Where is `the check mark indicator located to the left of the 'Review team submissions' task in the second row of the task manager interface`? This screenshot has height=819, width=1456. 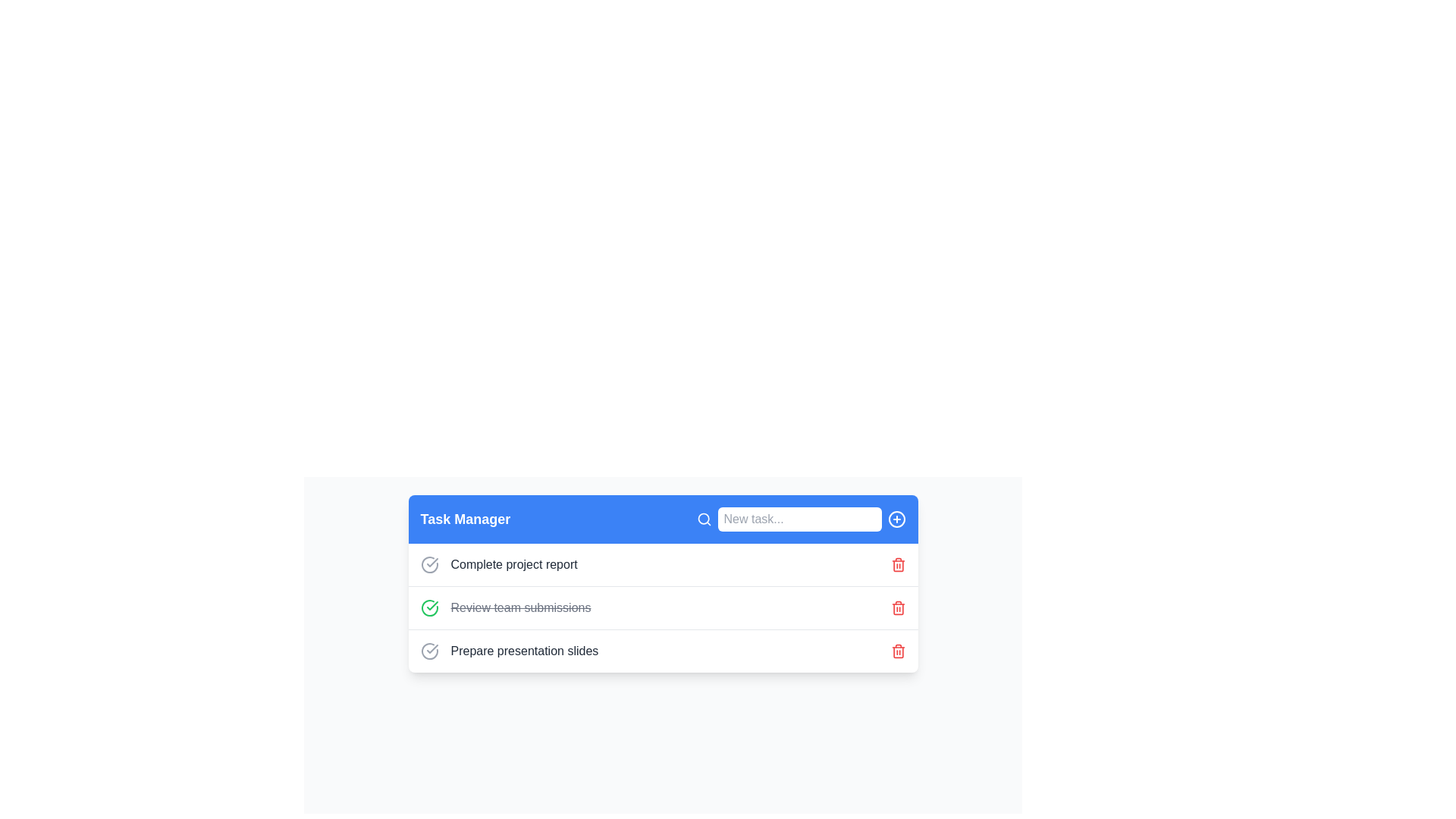
the check mark indicator located to the left of the 'Review team submissions' task in the second row of the task manager interface is located at coordinates (428, 607).